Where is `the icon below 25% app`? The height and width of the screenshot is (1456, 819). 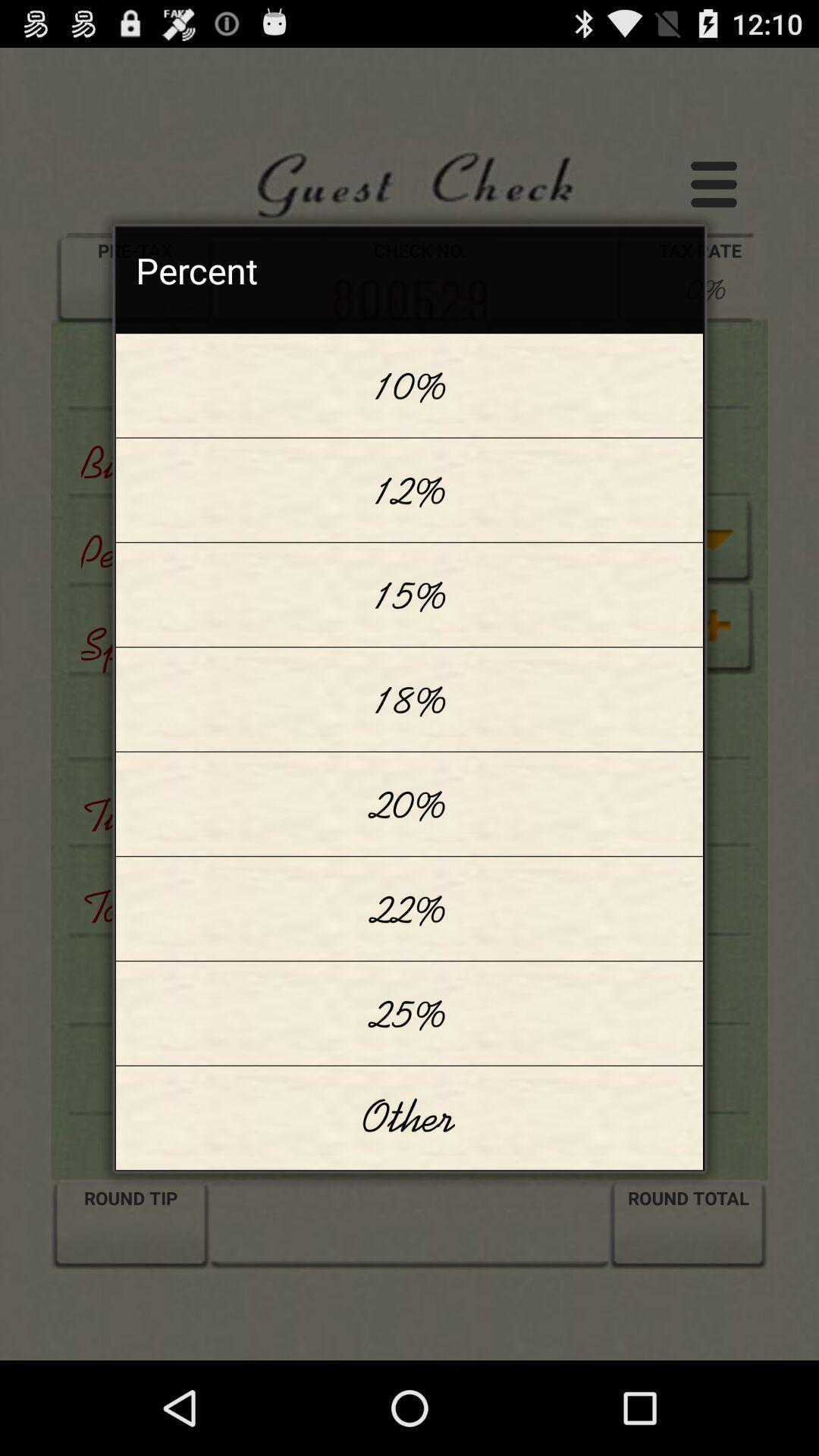
the icon below 25% app is located at coordinates (409, 1118).